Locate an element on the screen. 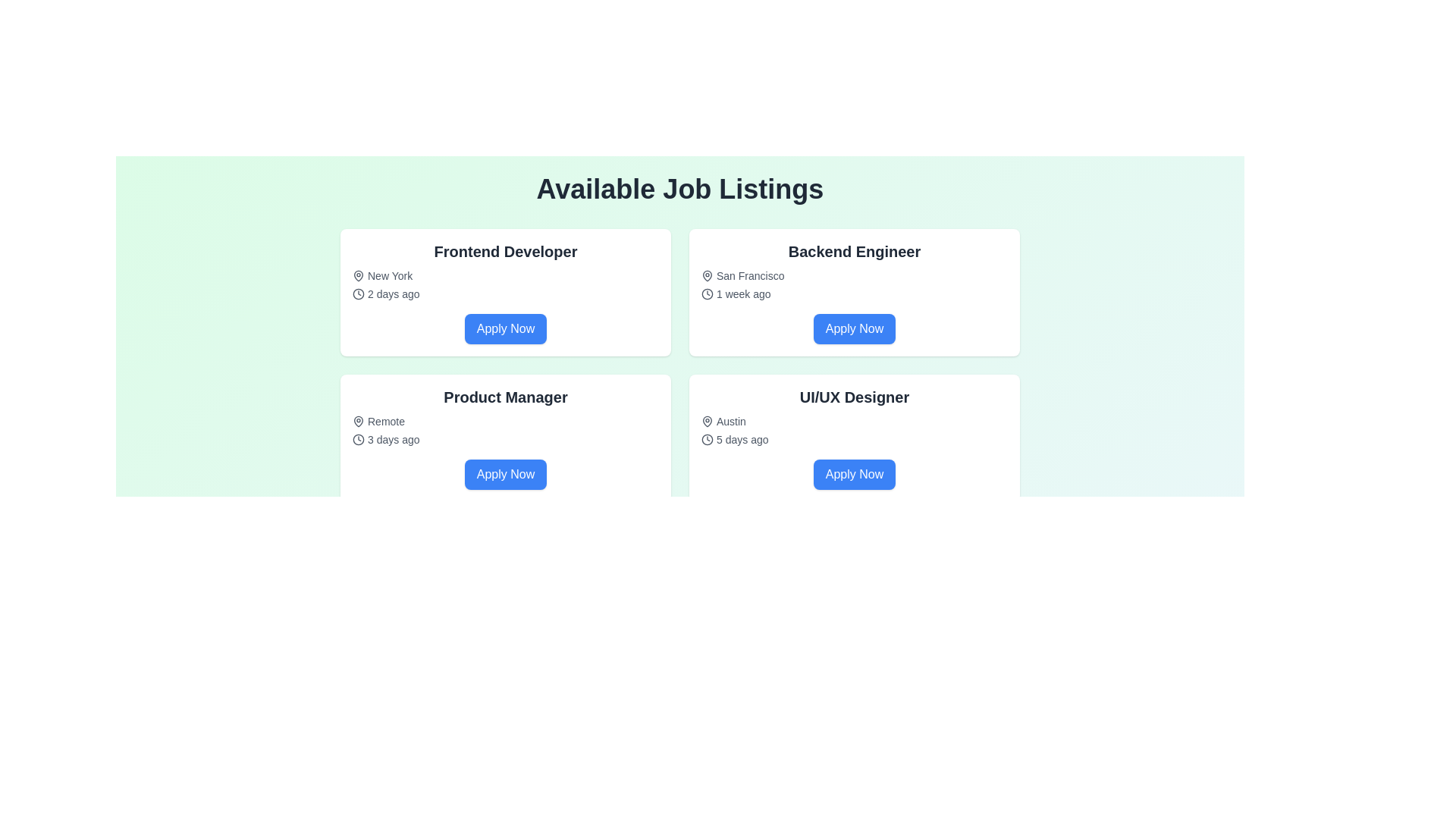 This screenshot has width=1456, height=819. the geographic context icon located above the 'San Francisco' text in the Backend Engineer job listing card is located at coordinates (706, 275).